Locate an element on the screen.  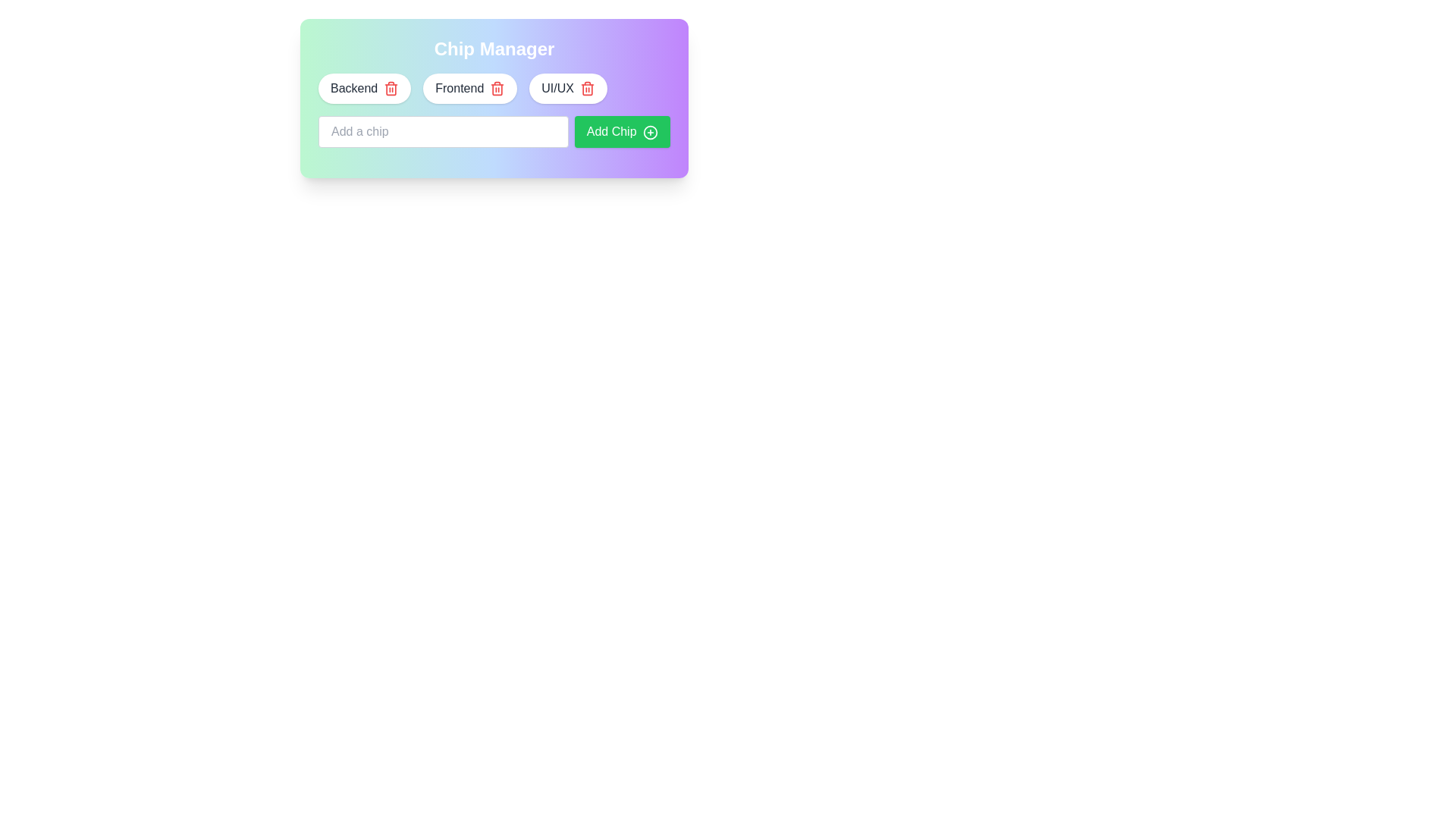
the 'Frontend' chip element is located at coordinates (469, 88).